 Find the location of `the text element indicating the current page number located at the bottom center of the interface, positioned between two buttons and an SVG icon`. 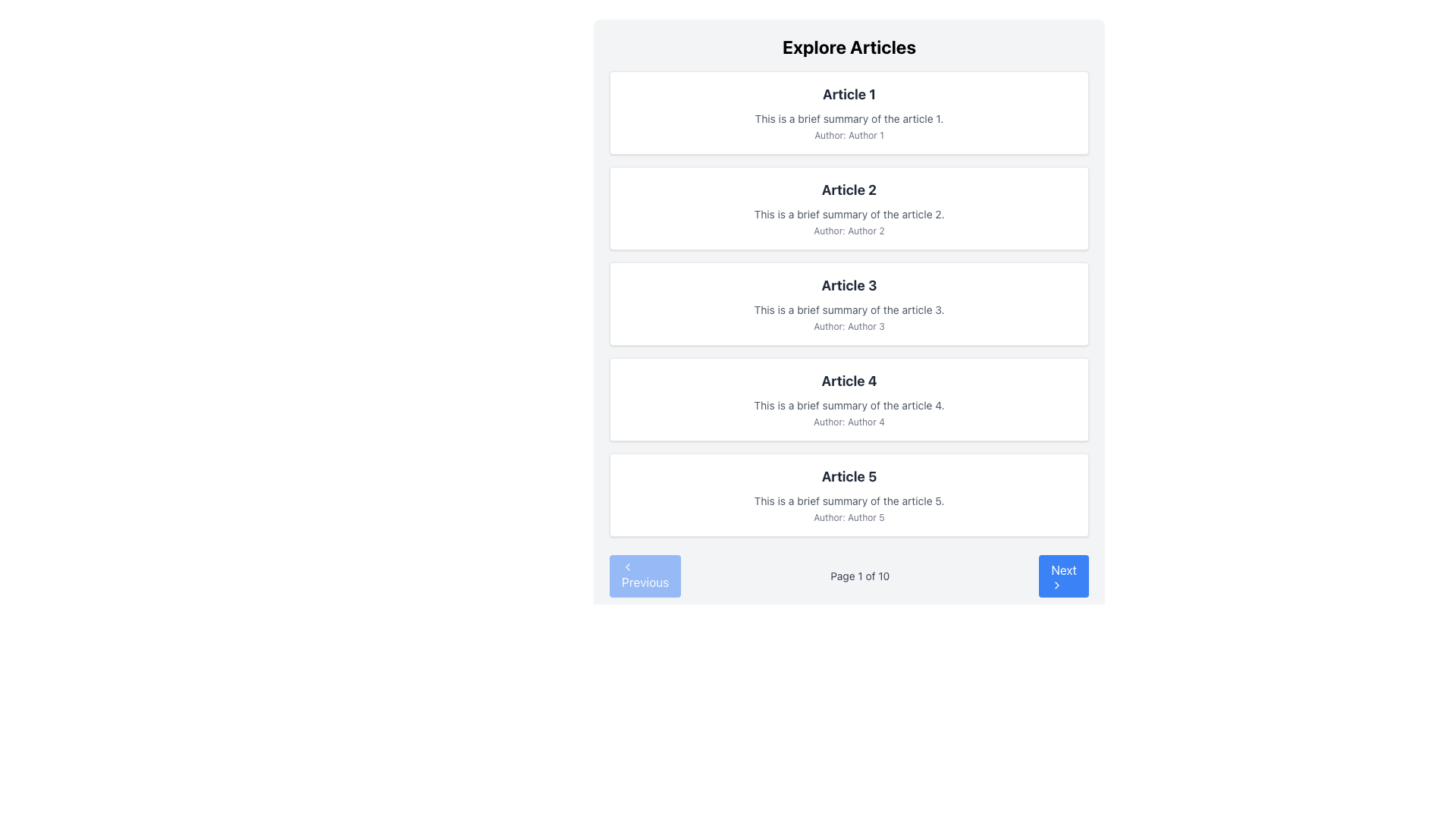

the text element indicating the current page number located at the bottom center of the interface, positioned between two buttons and an SVG icon is located at coordinates (860, 576).